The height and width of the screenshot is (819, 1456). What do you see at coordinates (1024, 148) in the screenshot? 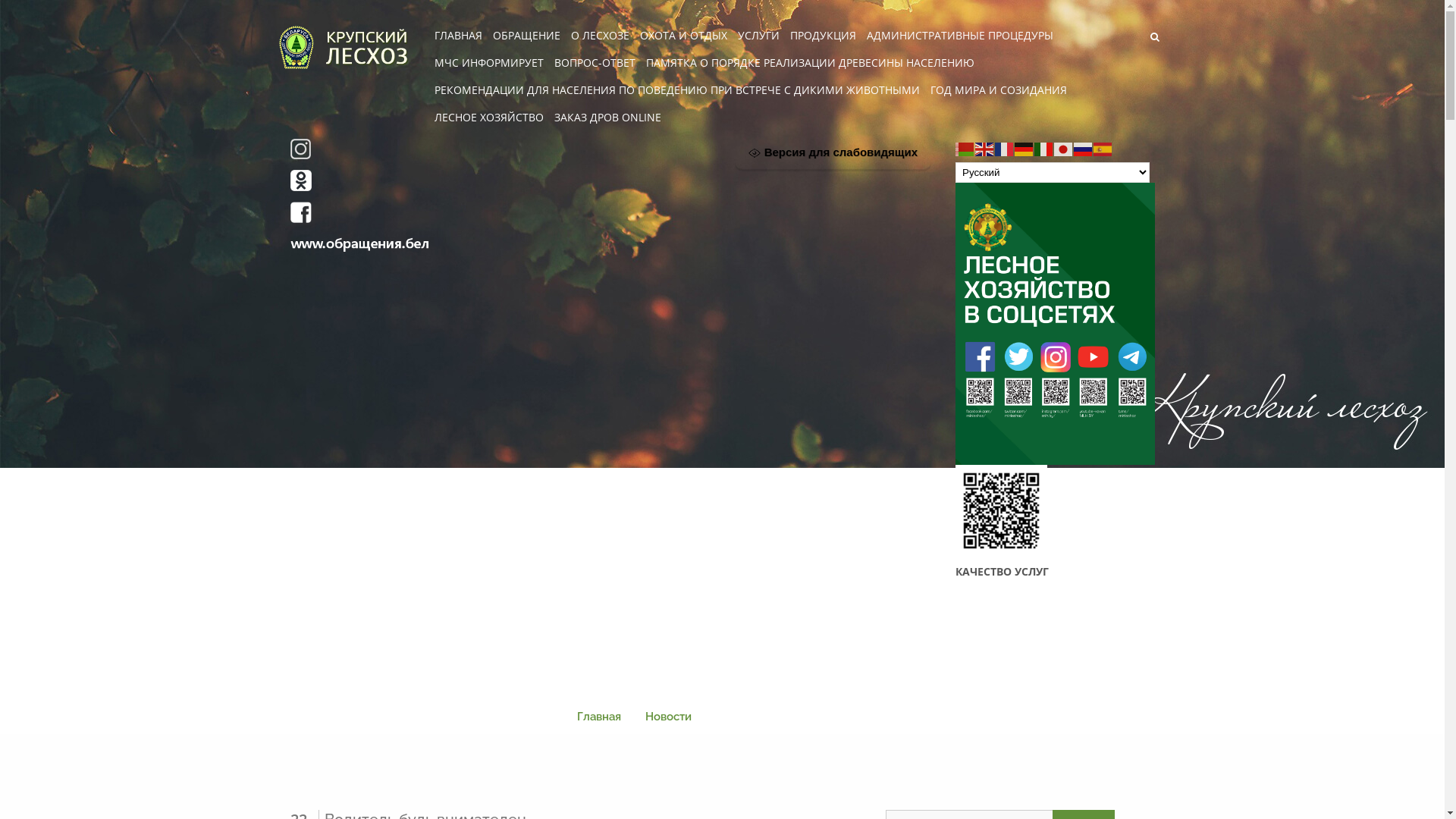
I see `'Deutsch'` at bounding box center [1024, 148].